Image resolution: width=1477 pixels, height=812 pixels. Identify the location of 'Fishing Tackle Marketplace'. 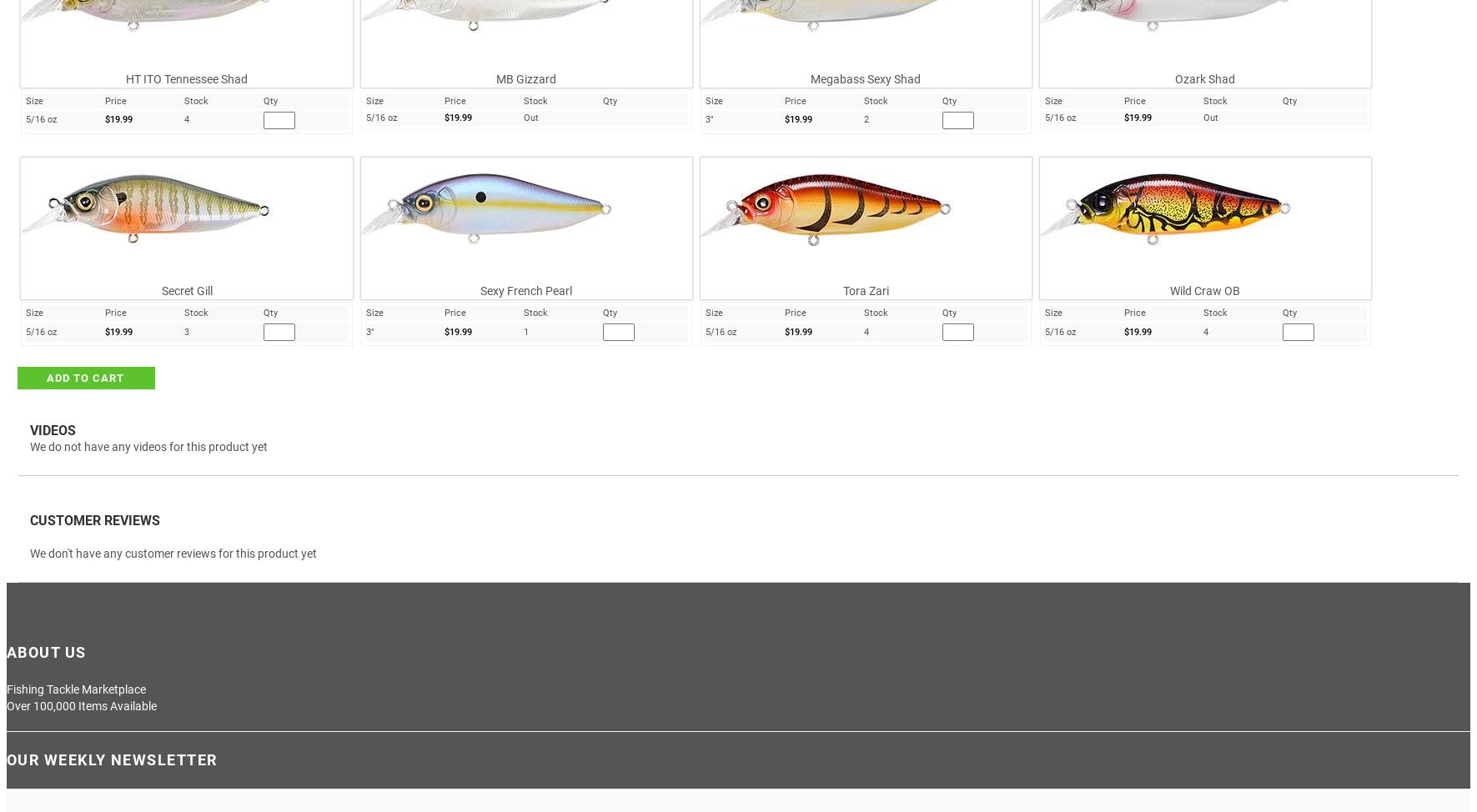
(75, 688).